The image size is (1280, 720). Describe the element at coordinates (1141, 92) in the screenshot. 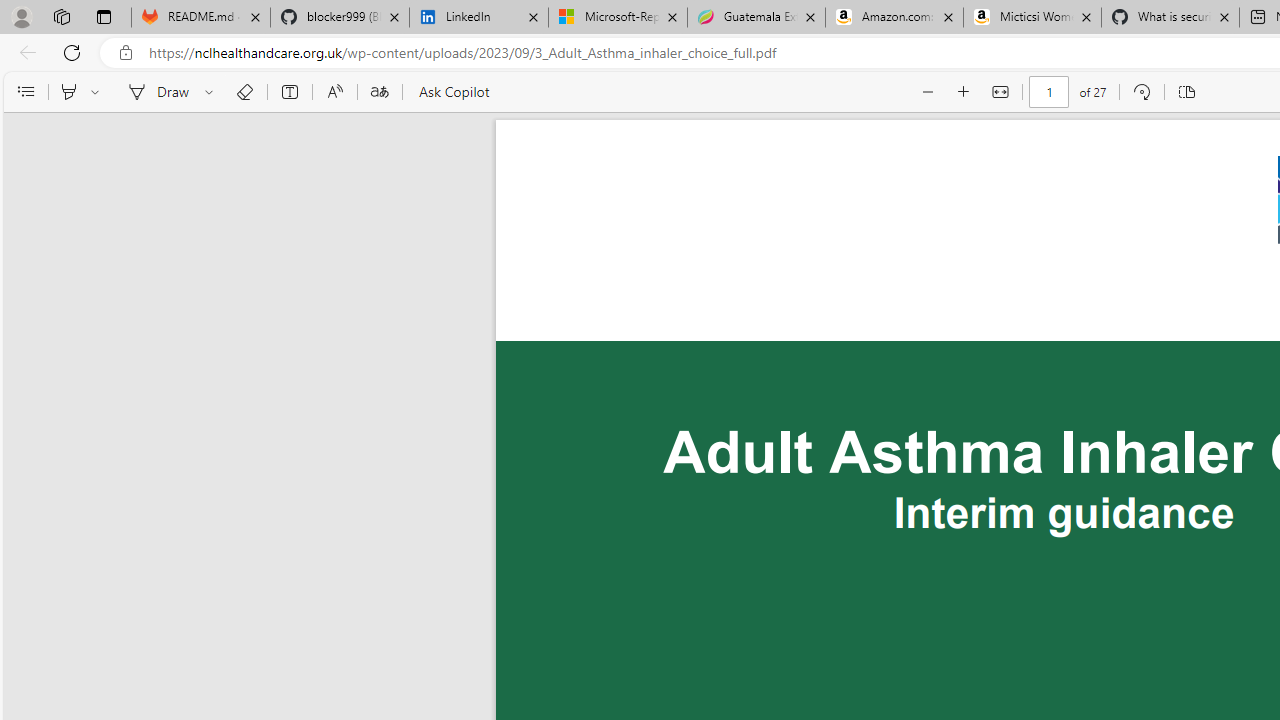

I see `'Rotate (Ctrl+])'` at that location.